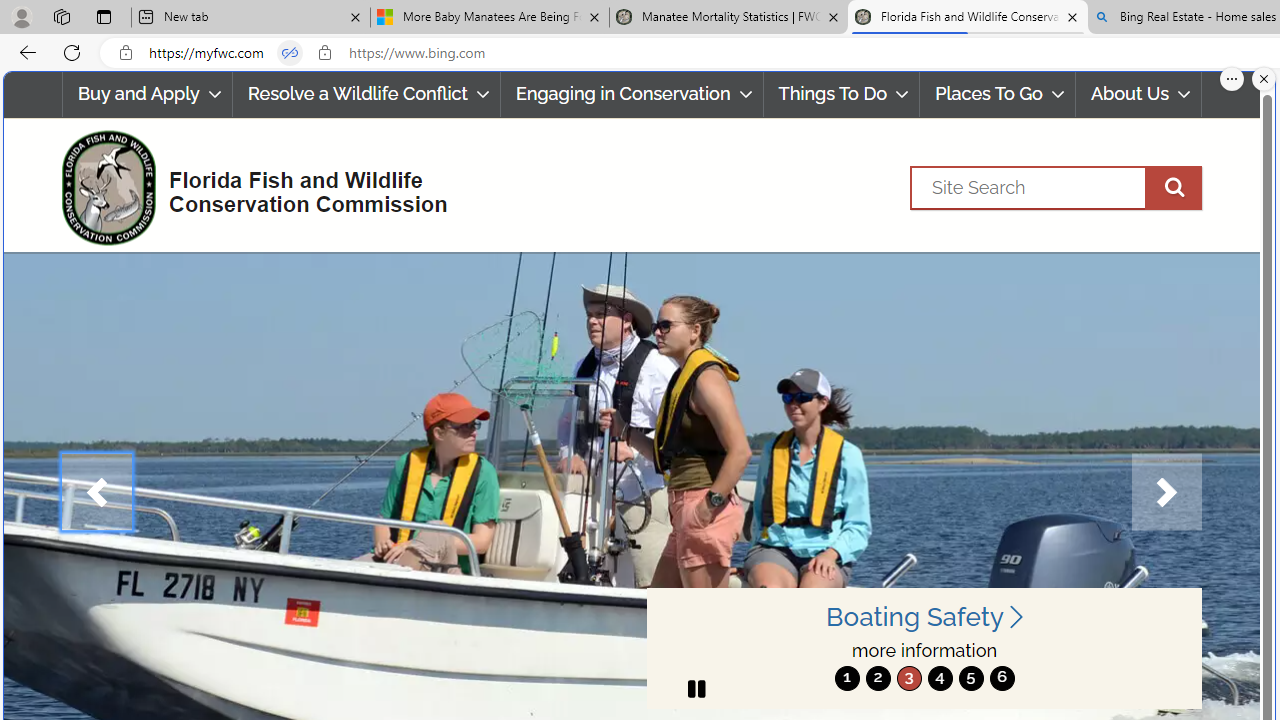 The image size is (1280, 720). What do you see at coordinates (245, 185) in the screenshot?
I see `'FWC Logo Florida Fish and Wildlife Conservation Commission'` at bounding box center [245, 185].